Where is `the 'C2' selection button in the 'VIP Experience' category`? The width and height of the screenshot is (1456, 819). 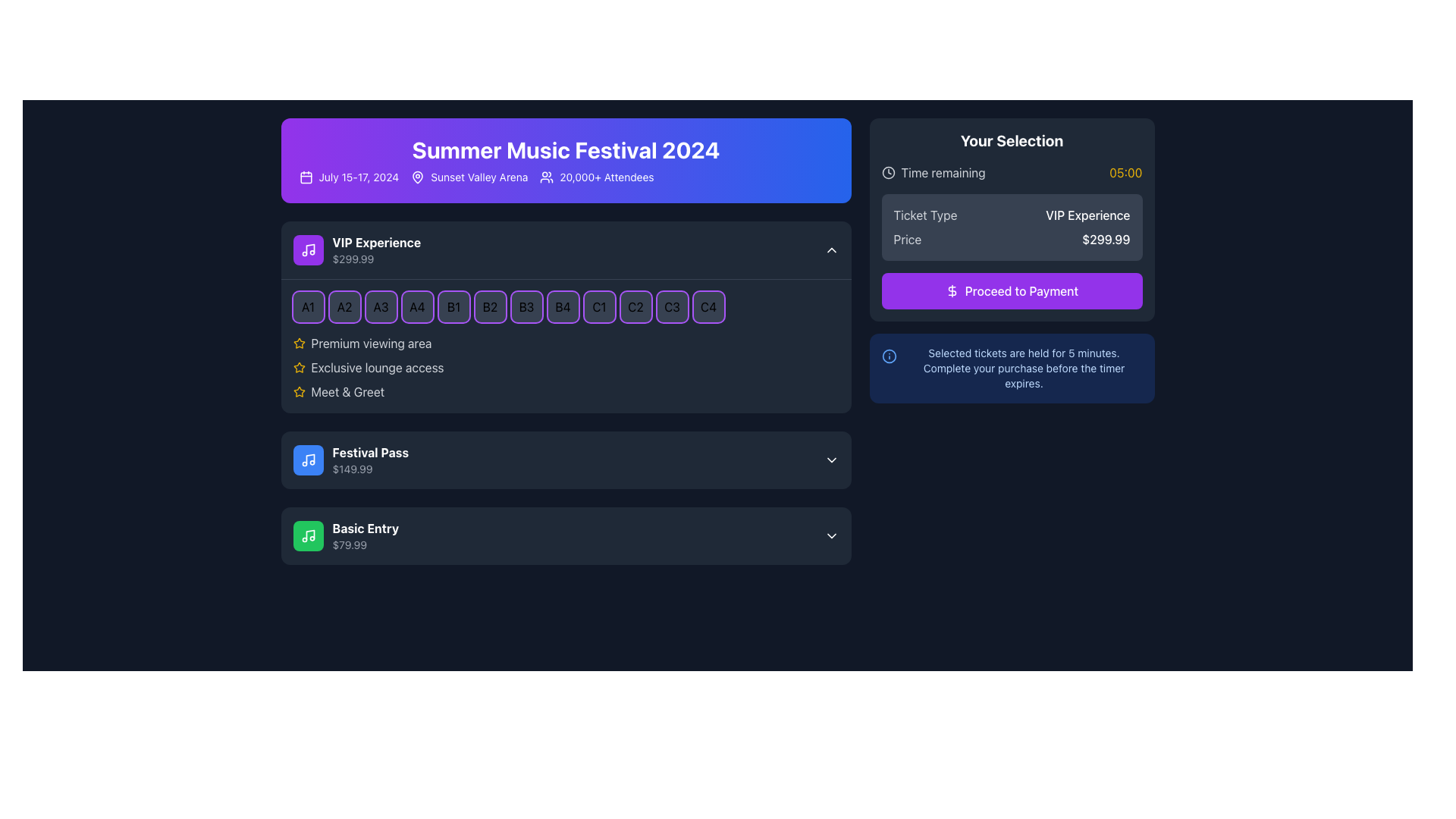
the 'C2' selection button in the 'VIP Experience' category is located at coordinates (635, 307).